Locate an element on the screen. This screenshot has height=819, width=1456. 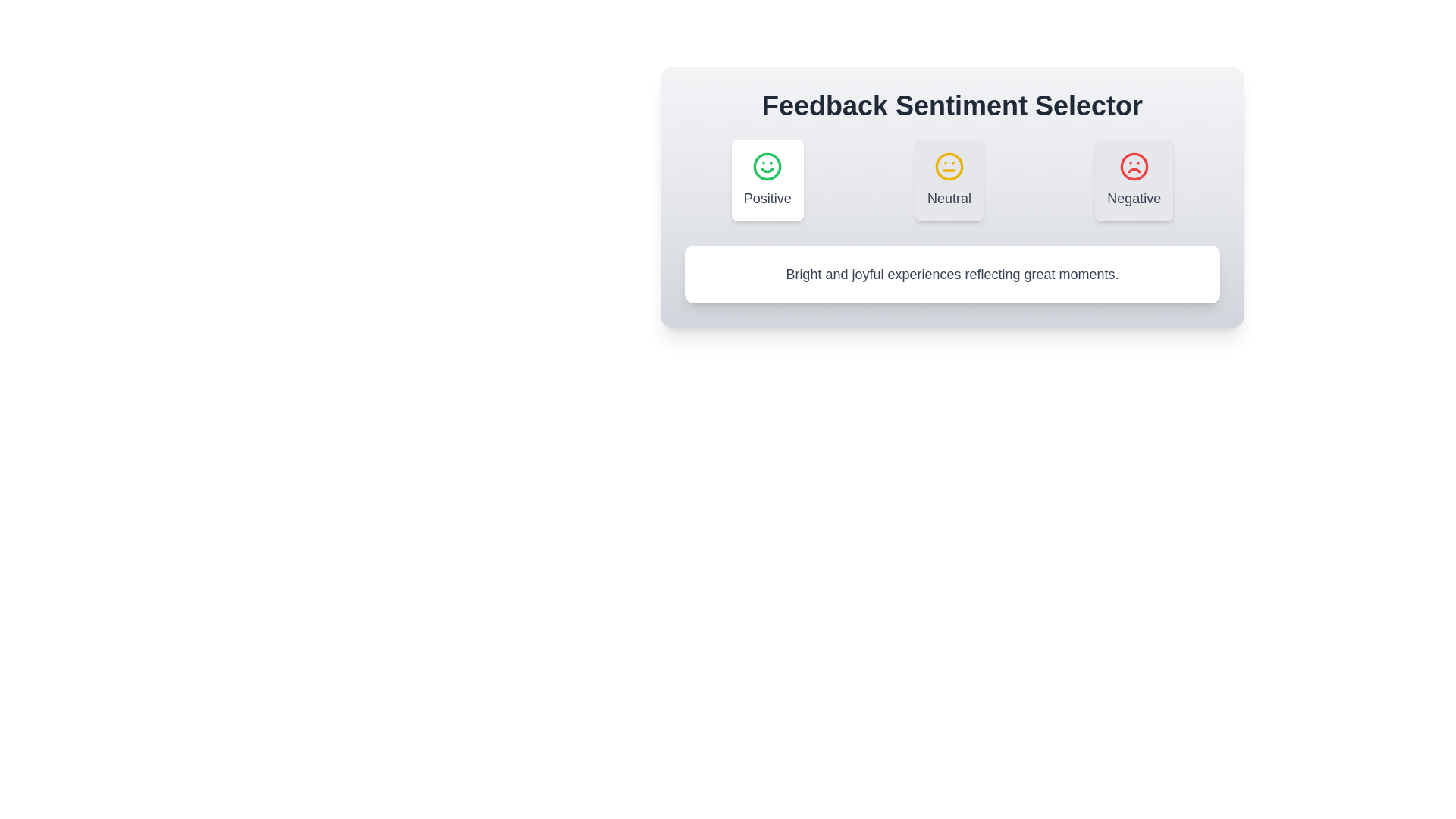
the Neutral tab is located at coordinates (949, 180).